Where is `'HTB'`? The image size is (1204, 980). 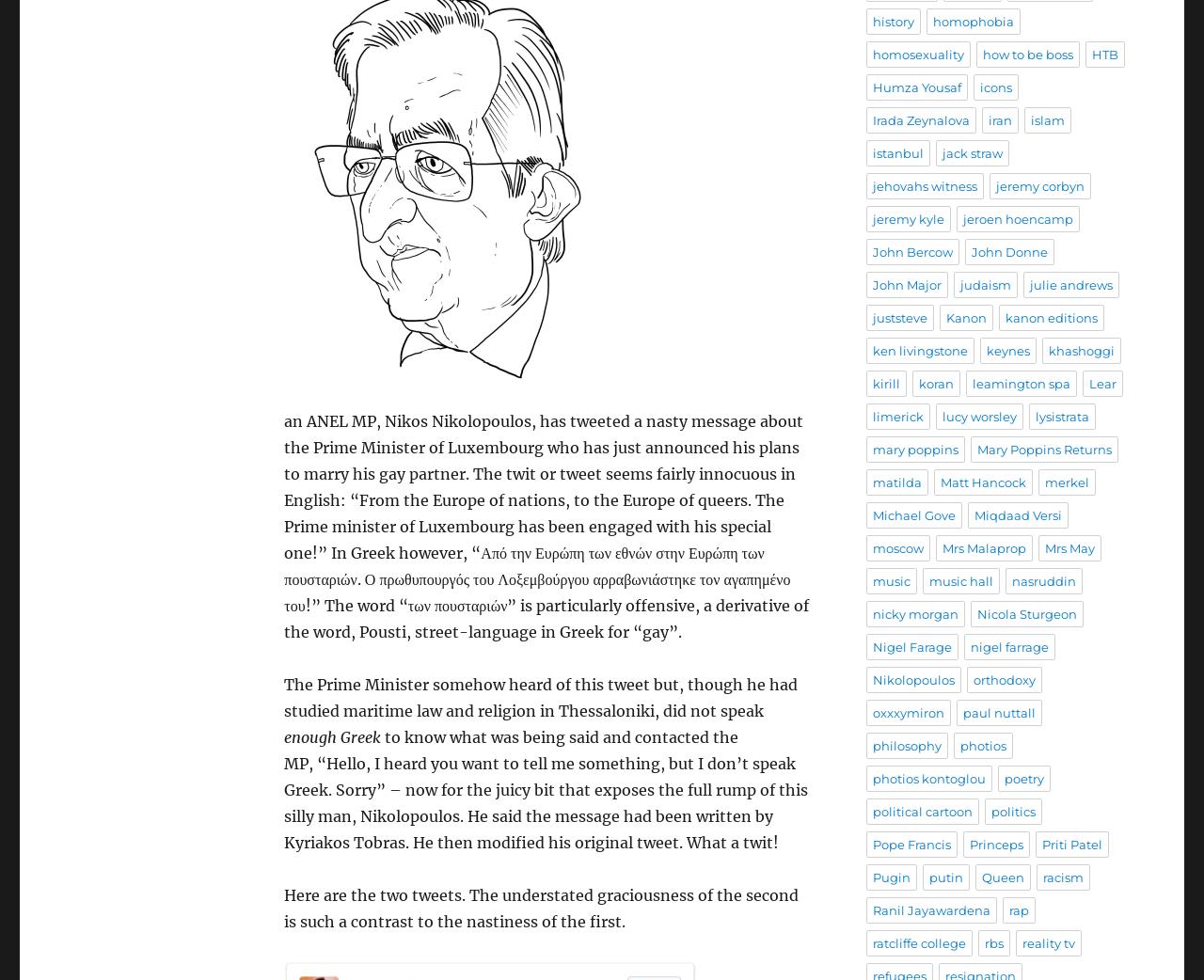
'HTB' is located at coordinates (1105, 54).